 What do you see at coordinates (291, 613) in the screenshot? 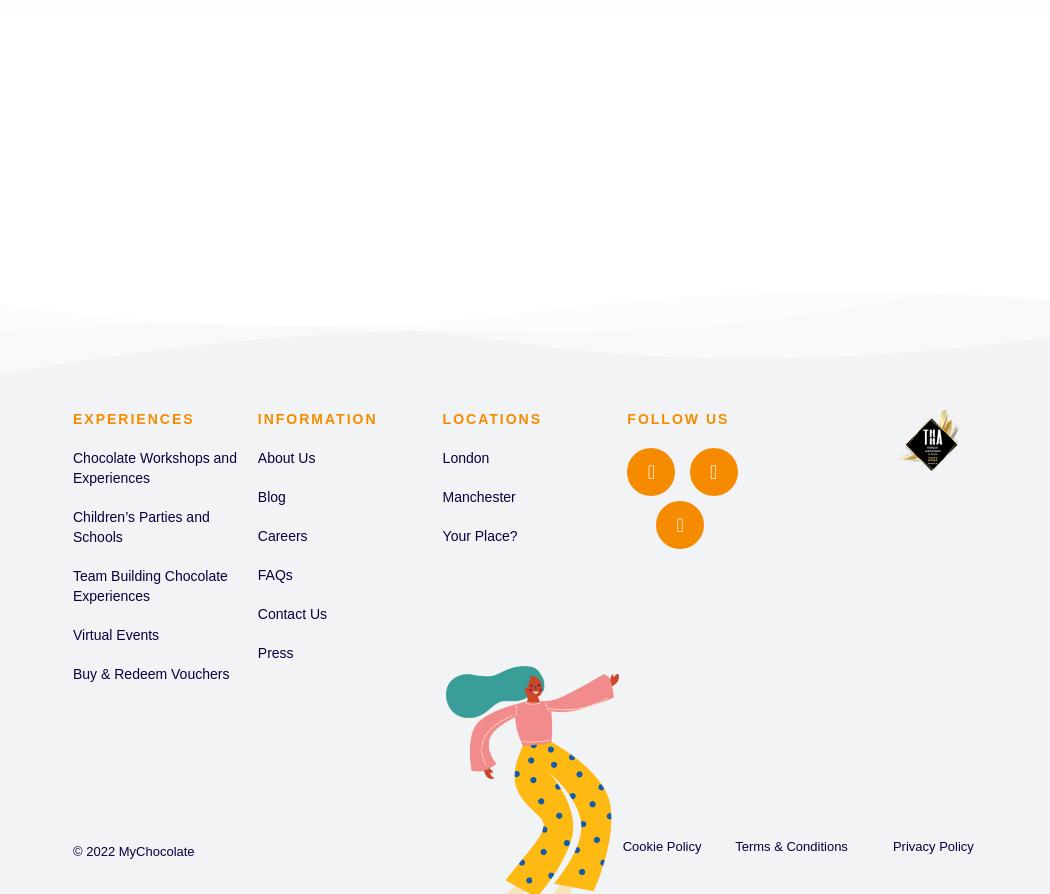
I see `'Contact Us'` at bounding box center [291, 613].